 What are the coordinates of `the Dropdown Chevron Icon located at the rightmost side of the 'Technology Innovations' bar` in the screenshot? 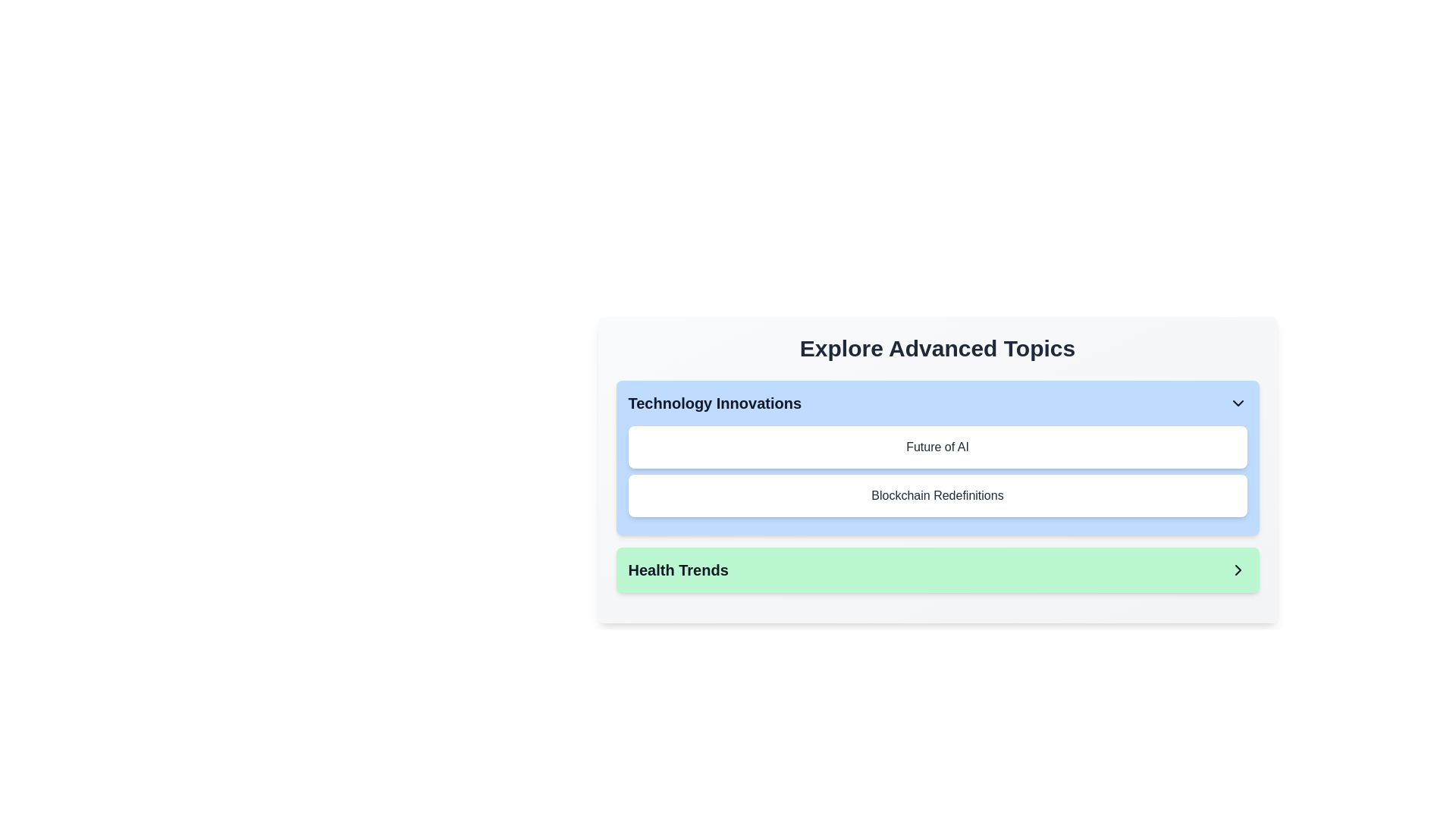 It's located at (1238, 403).